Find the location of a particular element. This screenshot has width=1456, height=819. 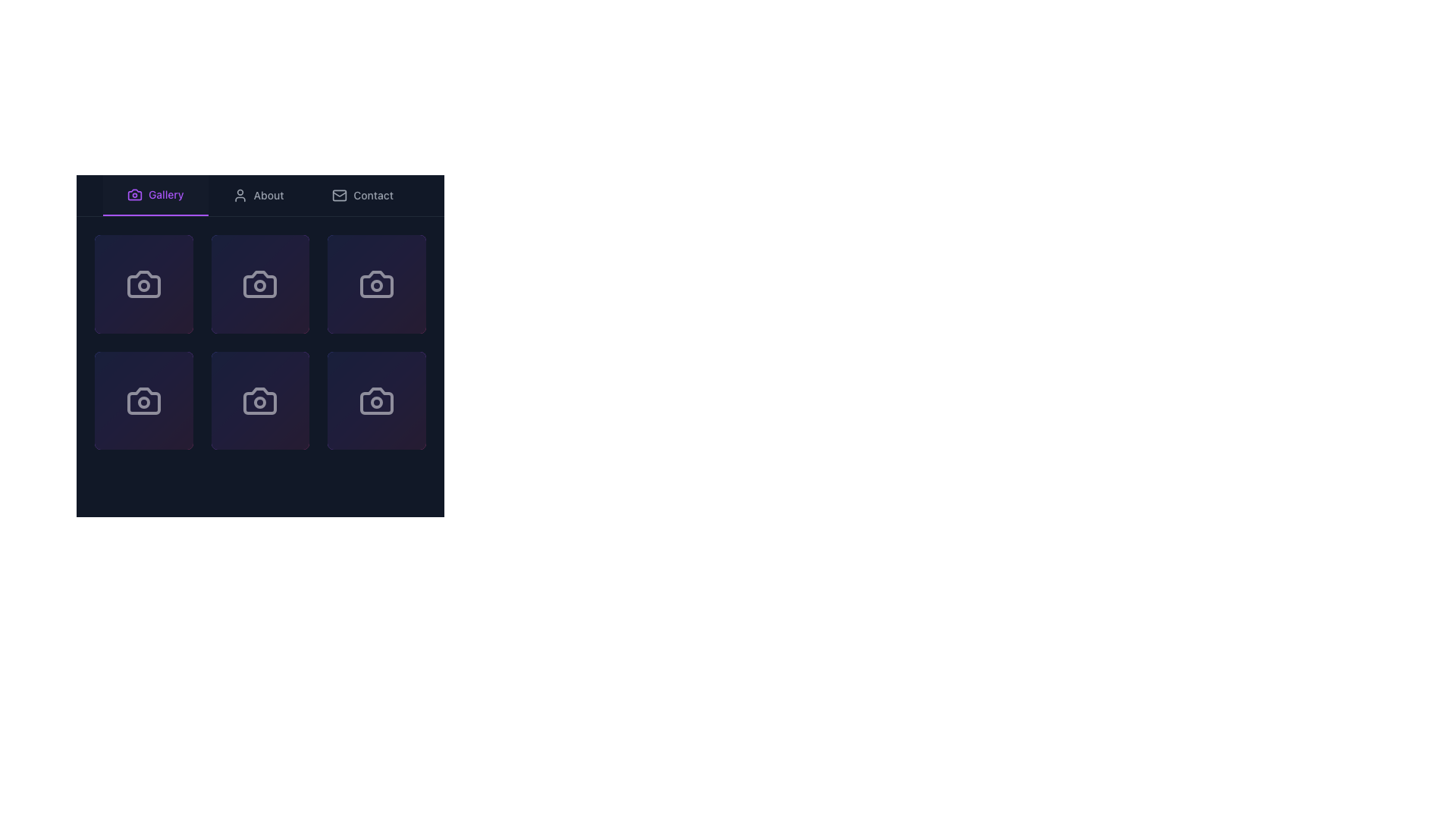

the decorative graphical element located at the center of the first camera icon in the first row of the 'Gallery' section is located at coordinates (143, 285).